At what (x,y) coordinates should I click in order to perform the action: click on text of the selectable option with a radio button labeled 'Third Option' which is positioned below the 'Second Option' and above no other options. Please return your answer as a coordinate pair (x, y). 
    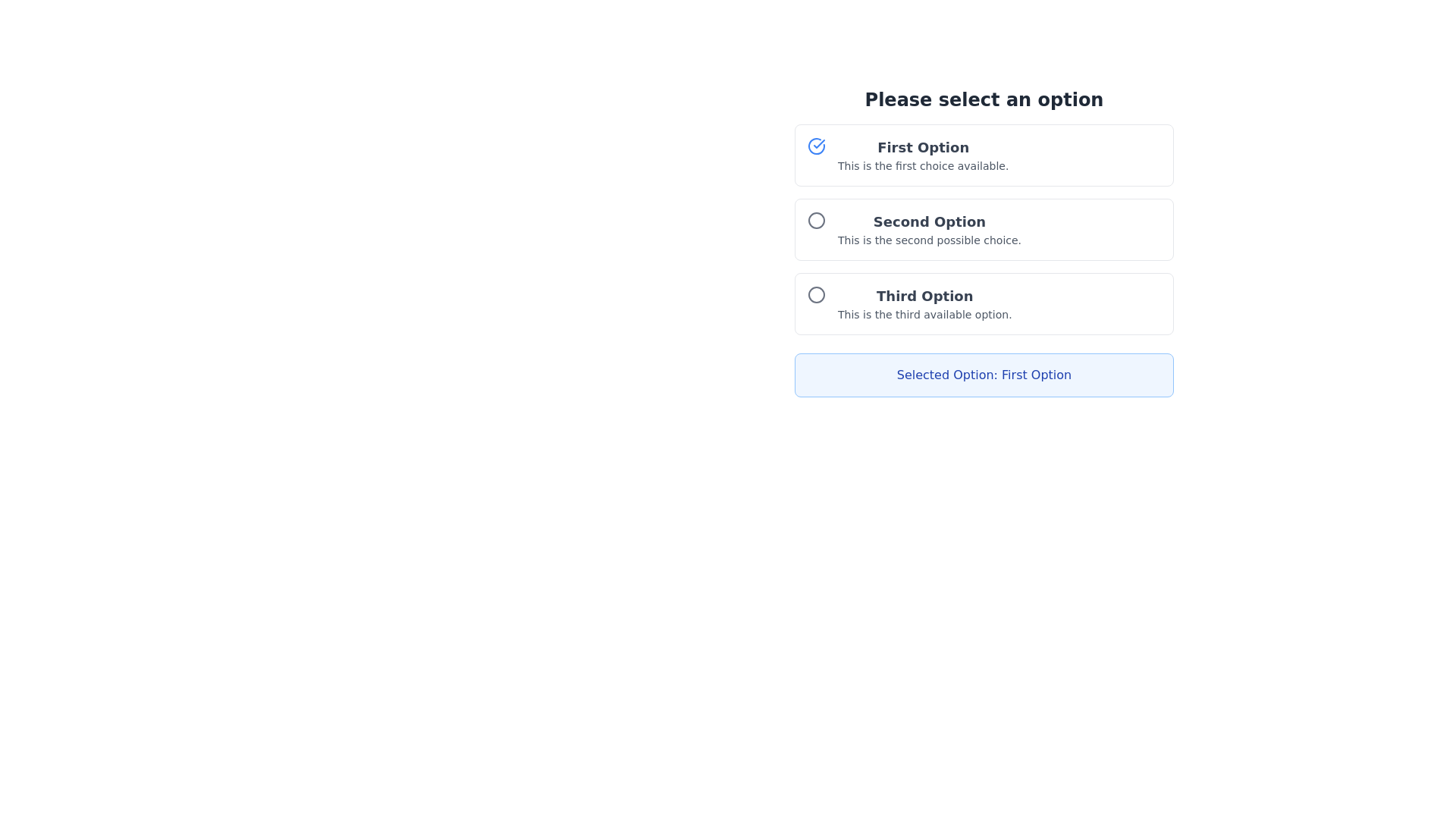
    Looking at the image, I should click on (984, 304).